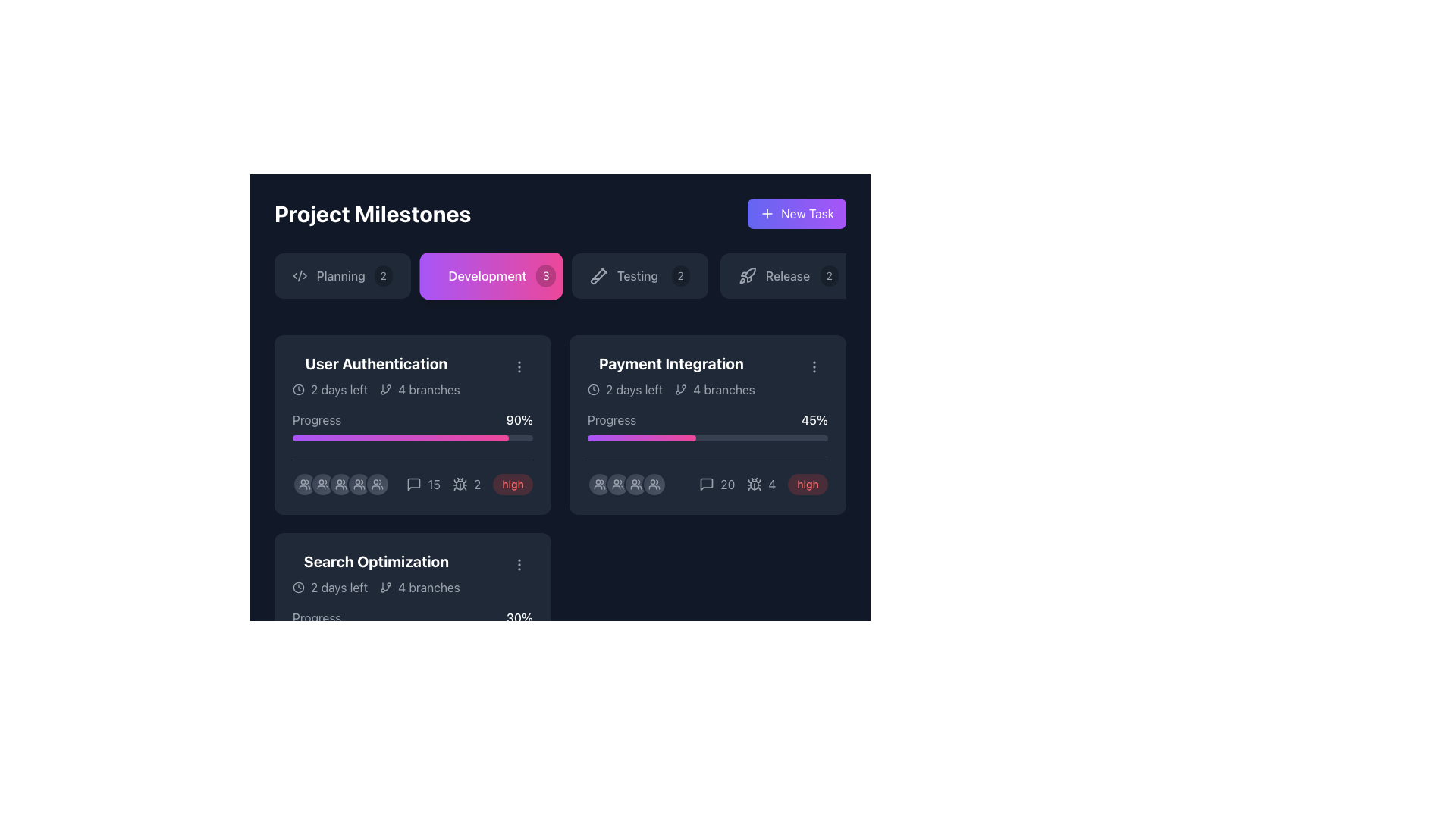  I want to click on the vertical ellipsis icon located in the upper right corner of the 'User Authentication' card, so click(519, 366).